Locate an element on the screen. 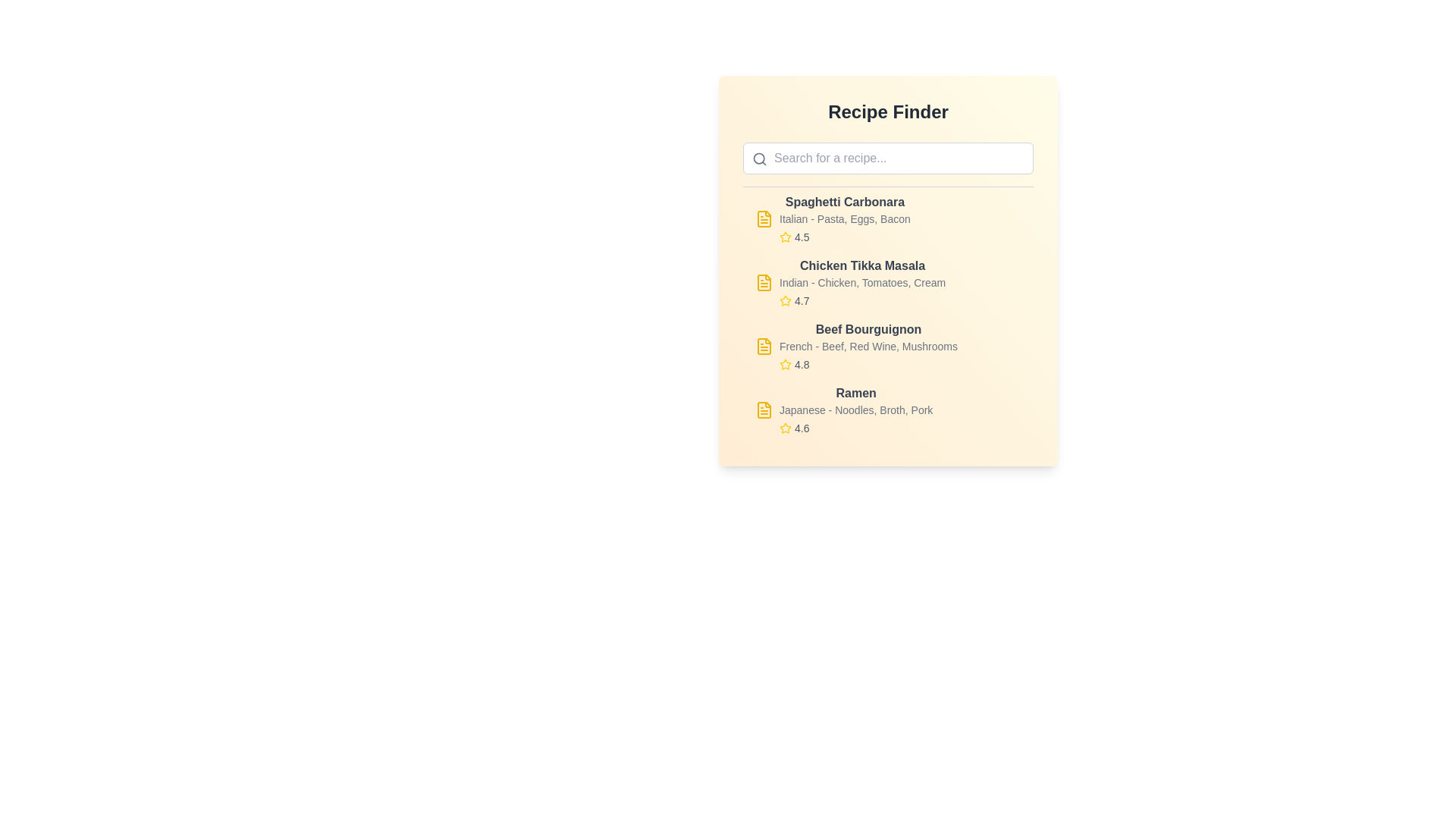 The width and height of the screenshot is (1456, 819). the text label displaying 'Chicken Tikka Masala' in bold, dark gray font, which is positioned beneath the search bar and above the descriptive text in the recipe list is located at coordinates (862, 265).